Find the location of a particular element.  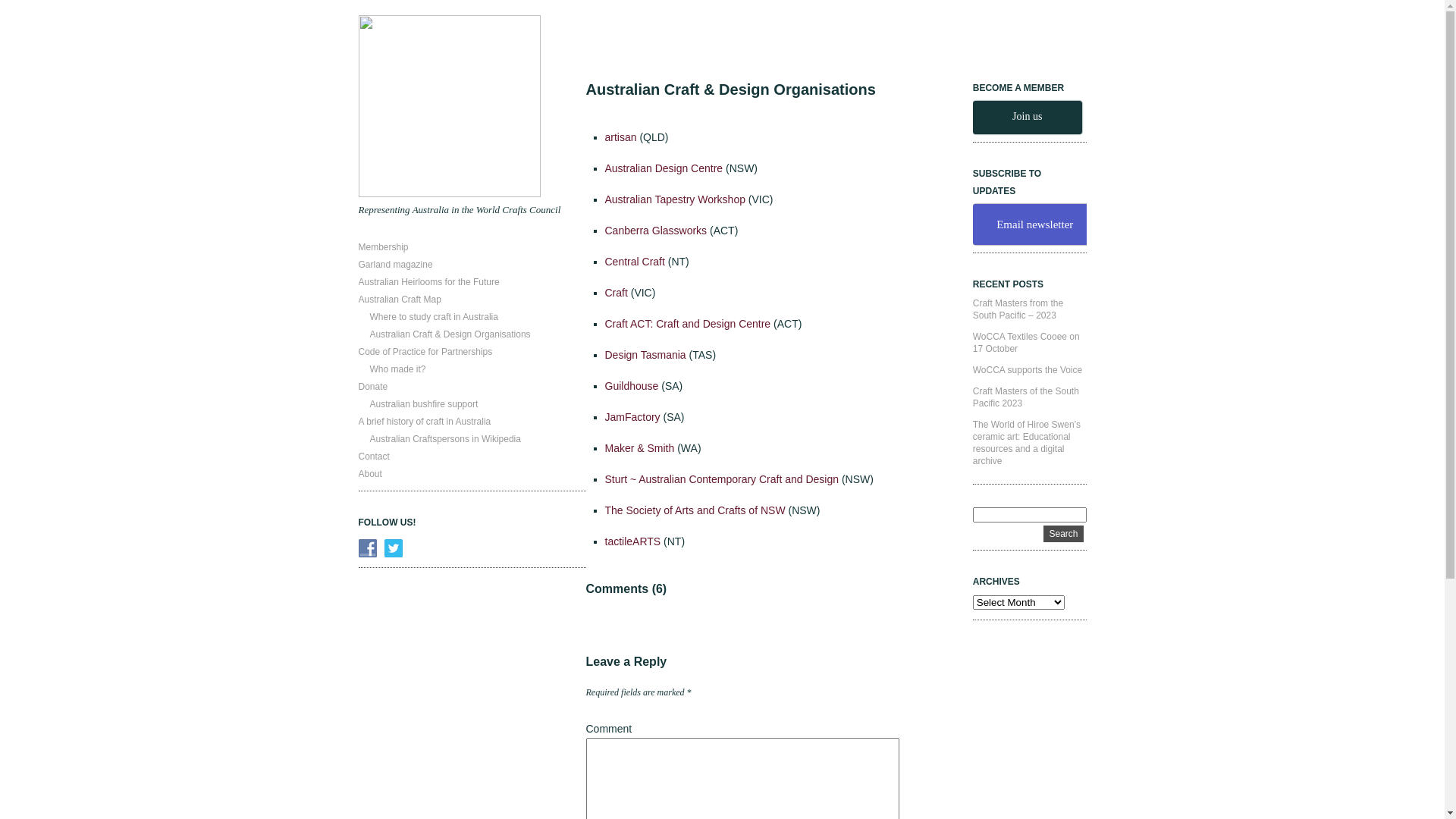

'Craft' is located at coordinates (616, 292).